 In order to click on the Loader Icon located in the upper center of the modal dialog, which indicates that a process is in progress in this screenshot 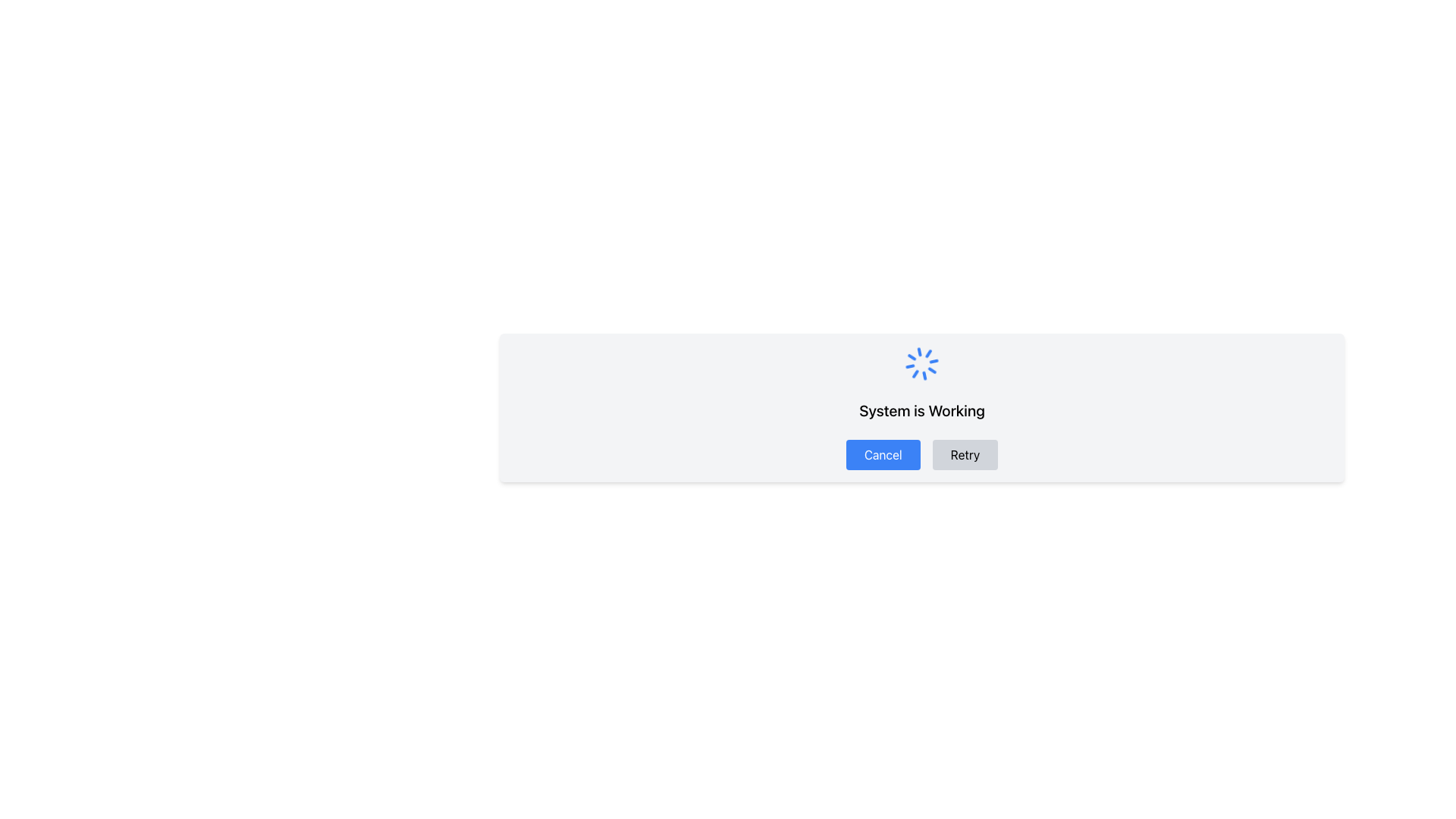, I will do `click(921, 363)`.